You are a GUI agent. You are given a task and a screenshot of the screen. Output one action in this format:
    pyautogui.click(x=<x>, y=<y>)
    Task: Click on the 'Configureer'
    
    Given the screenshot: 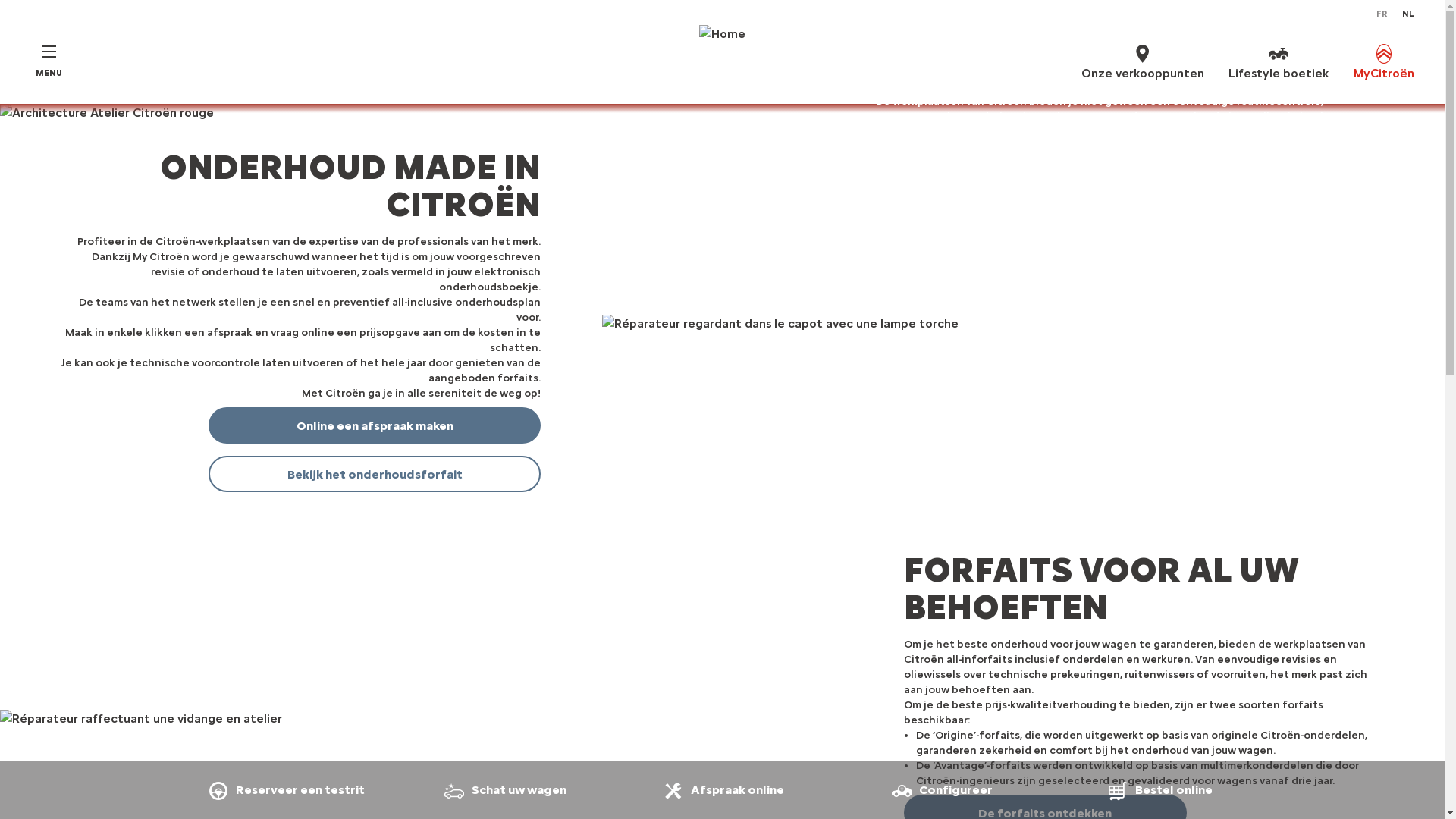 What is the action you would take?
    pyautogui.click(x=939, y=789)
    